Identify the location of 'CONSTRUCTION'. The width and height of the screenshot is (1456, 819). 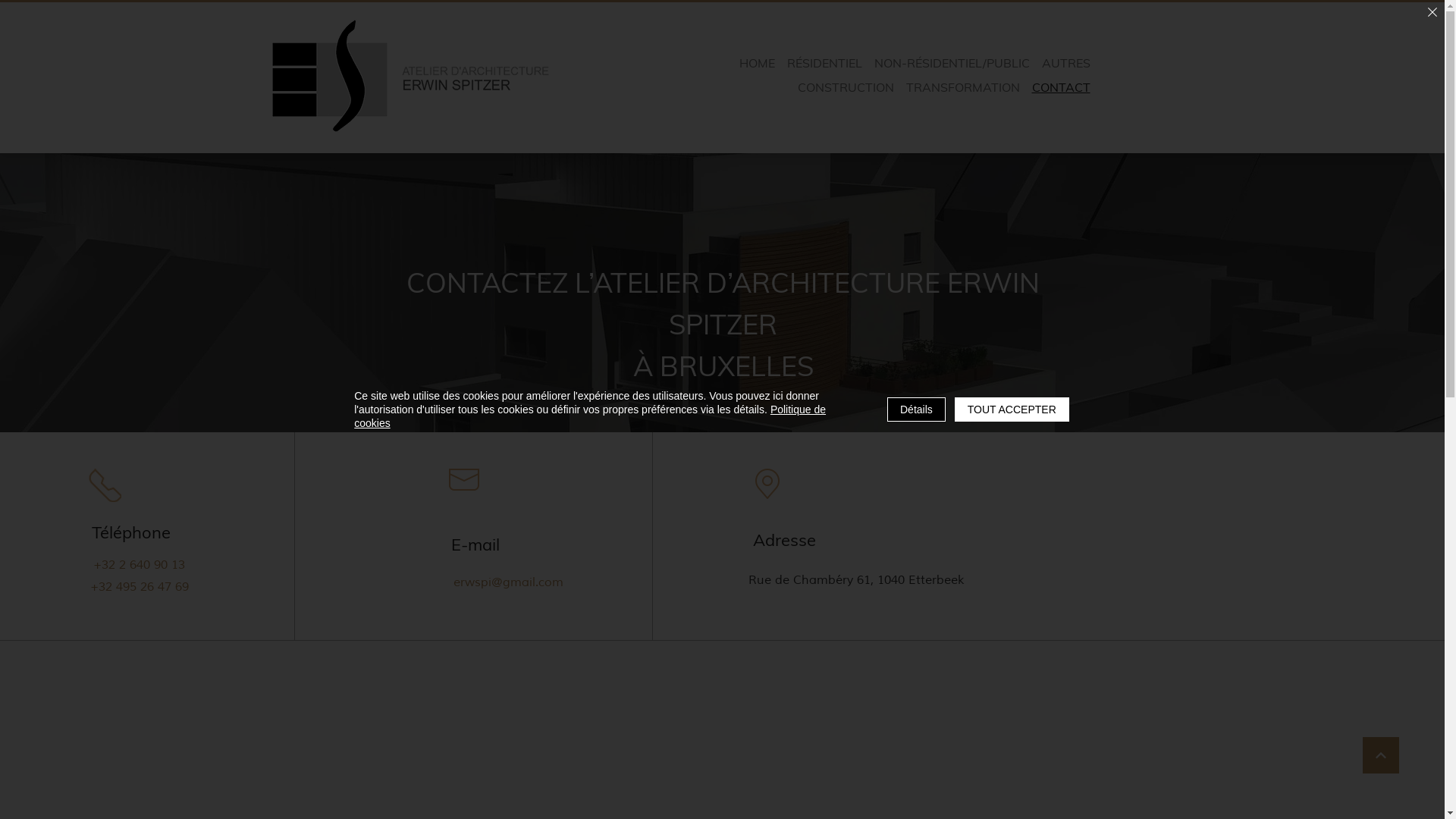
(844, 87).